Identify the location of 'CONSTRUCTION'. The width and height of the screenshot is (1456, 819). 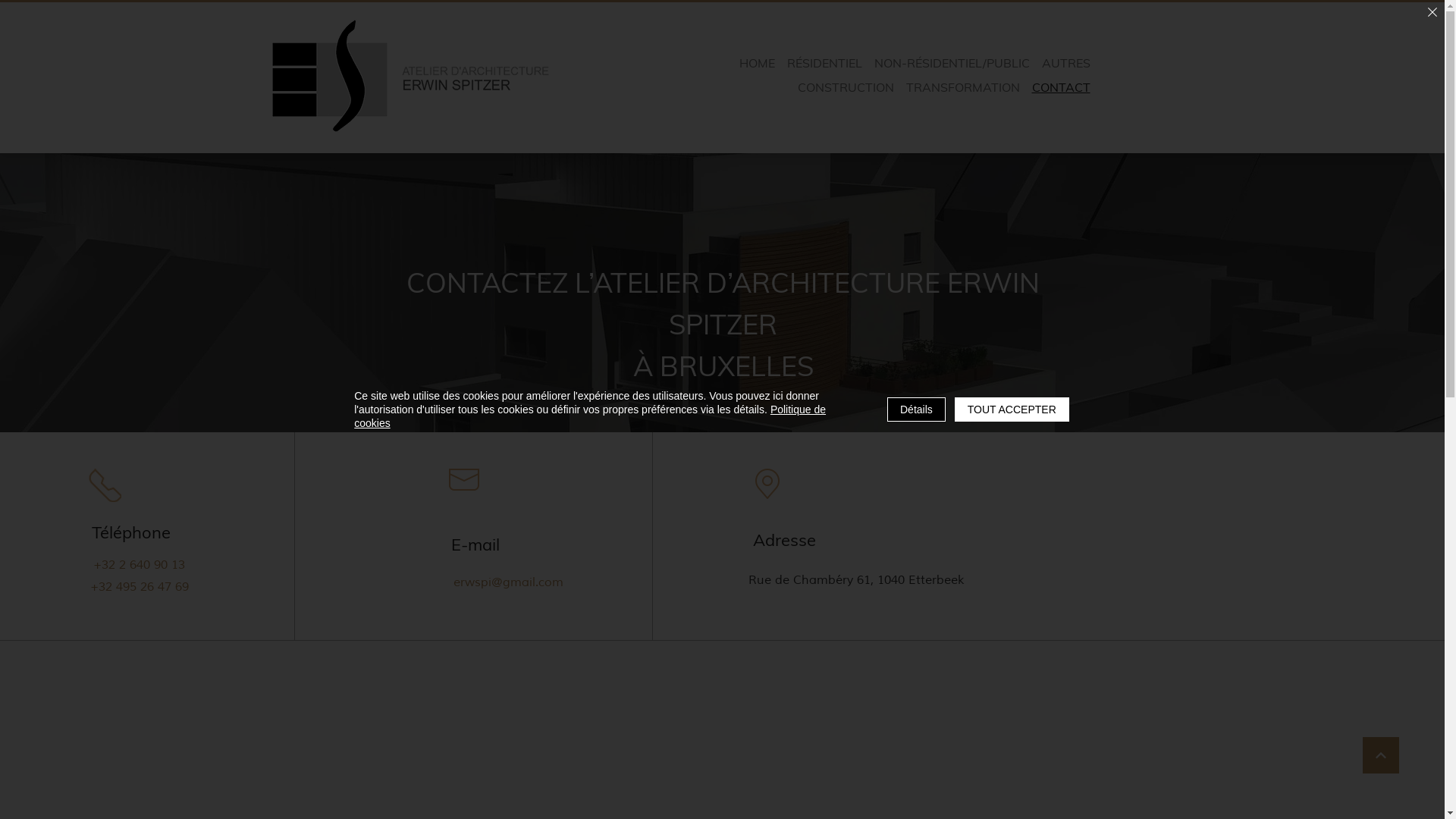
(844, 87).